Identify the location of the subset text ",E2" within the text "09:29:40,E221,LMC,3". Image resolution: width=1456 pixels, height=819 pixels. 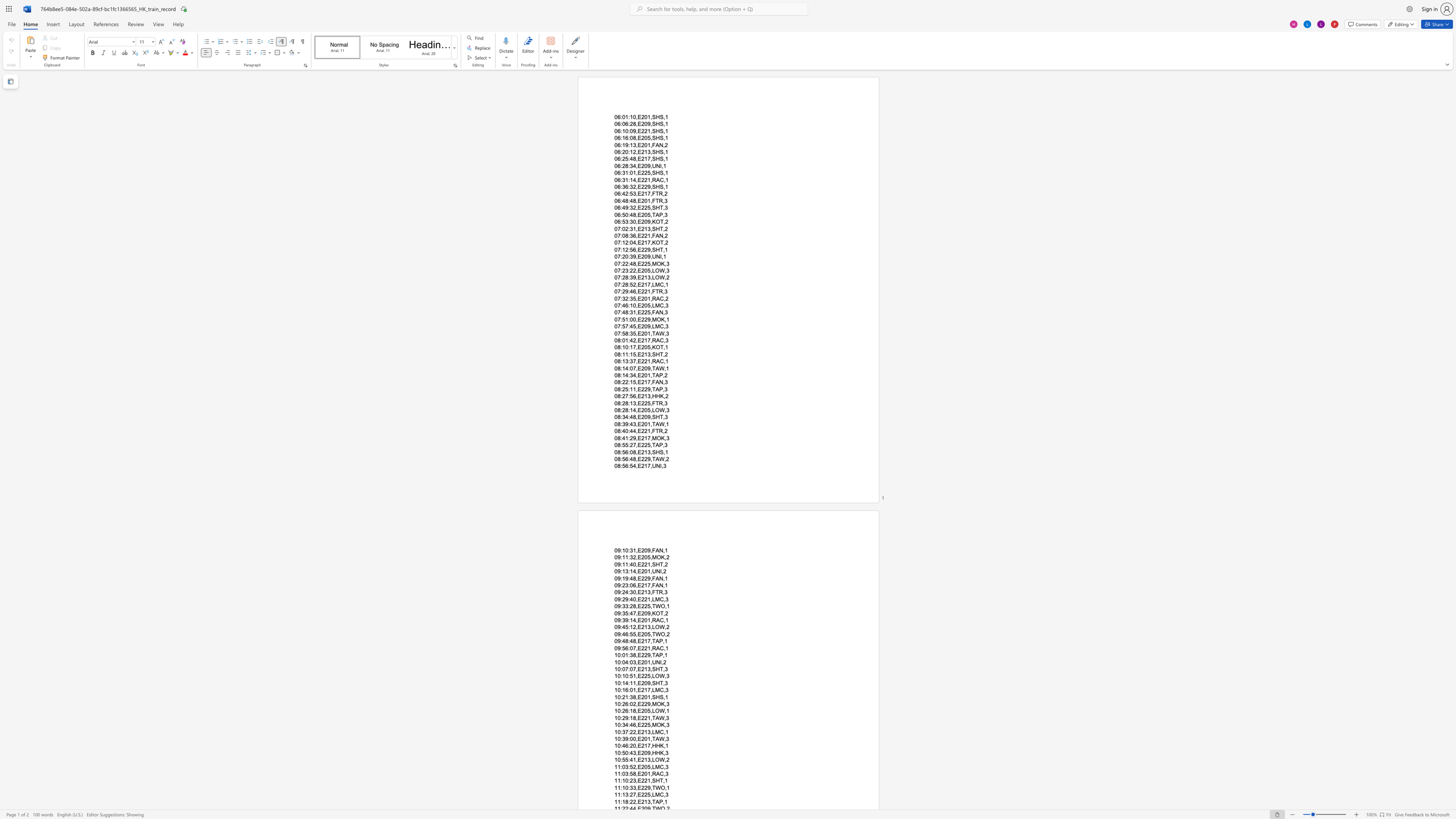
(635, 599).